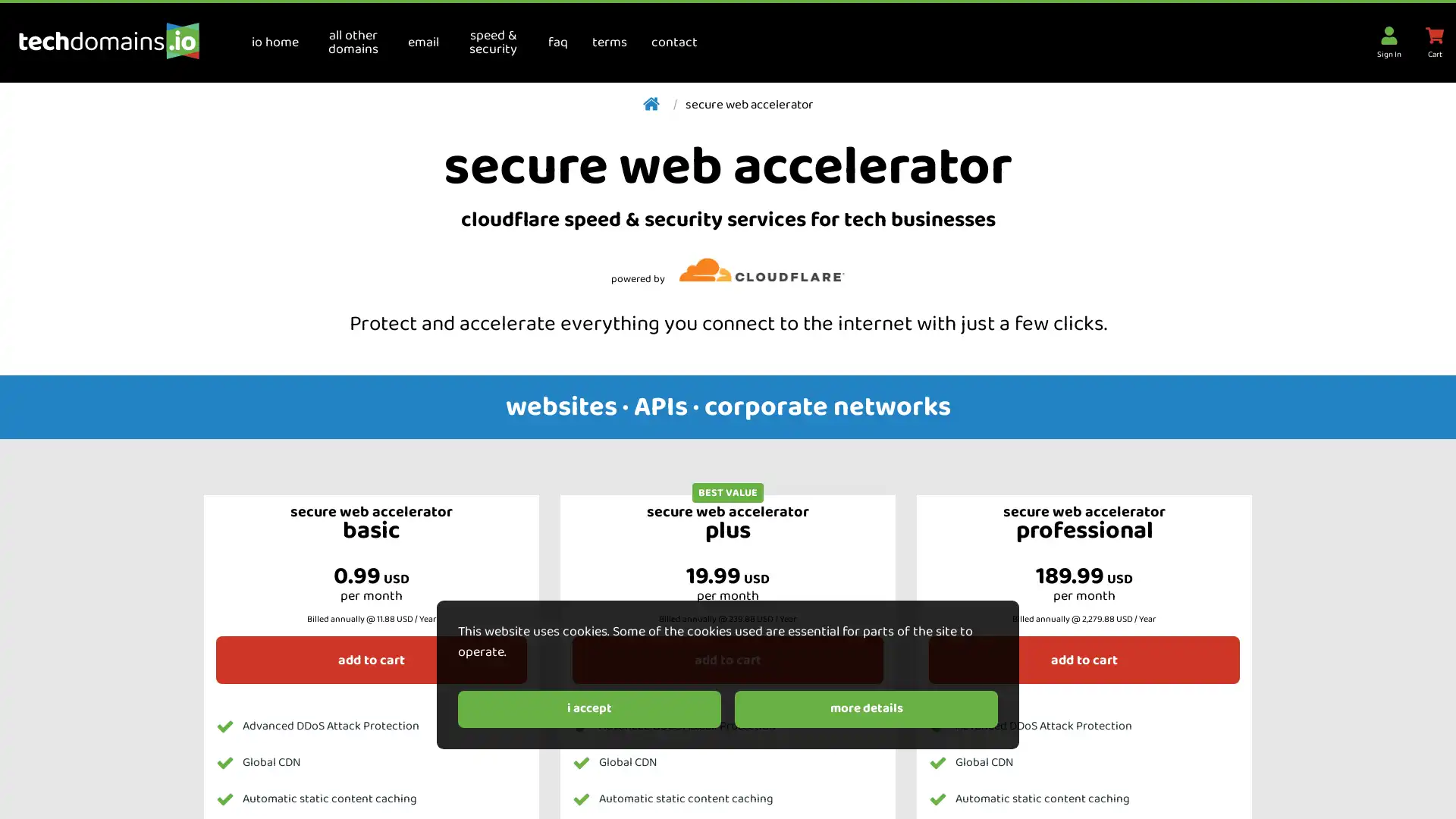 The width and height of the screenshot is (1456, 819). I want to click on add to cart, so click(726, 659).